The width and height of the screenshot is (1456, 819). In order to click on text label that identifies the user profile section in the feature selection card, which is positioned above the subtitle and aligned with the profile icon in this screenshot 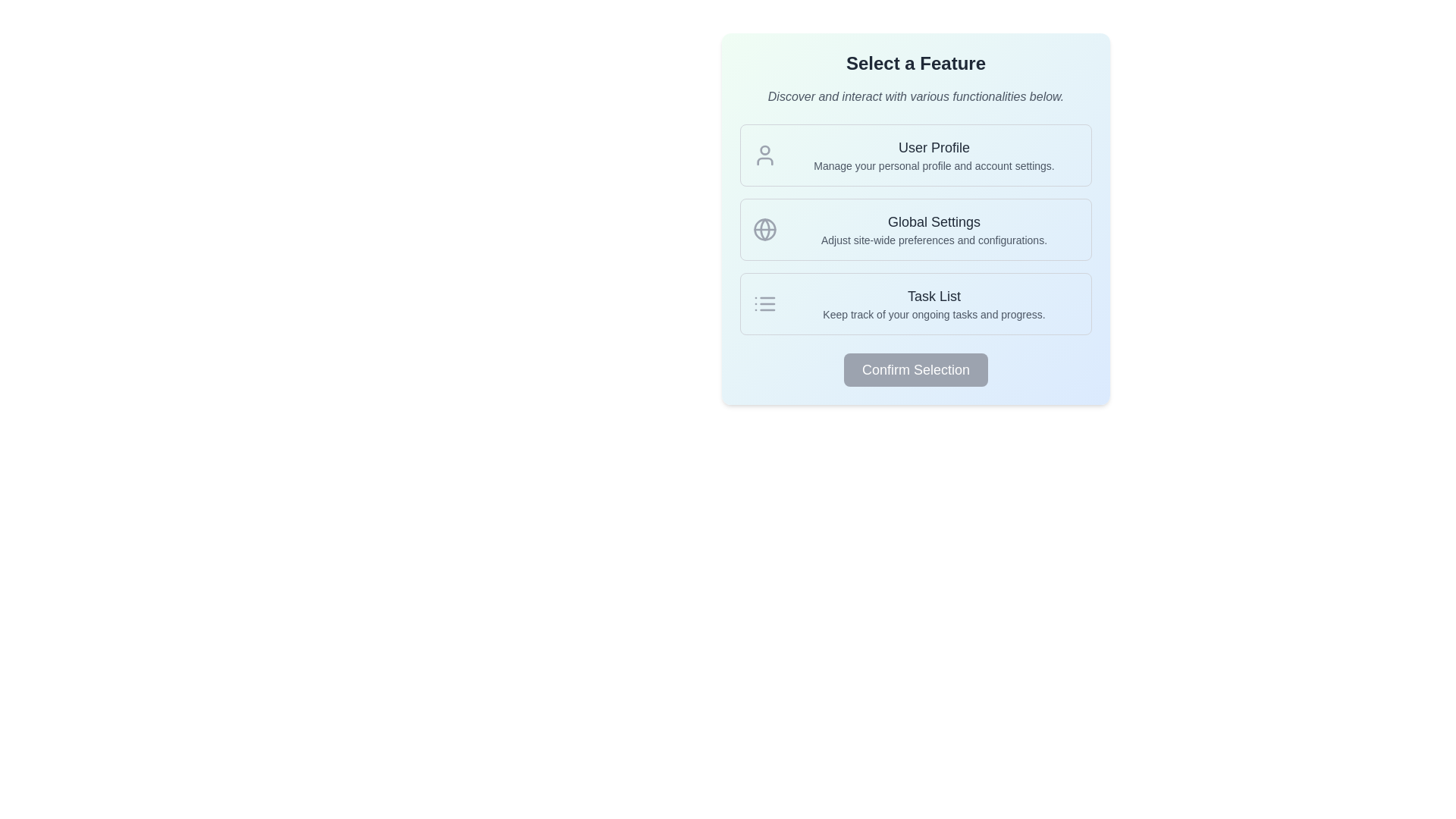, I will do `click(934, 148)`.